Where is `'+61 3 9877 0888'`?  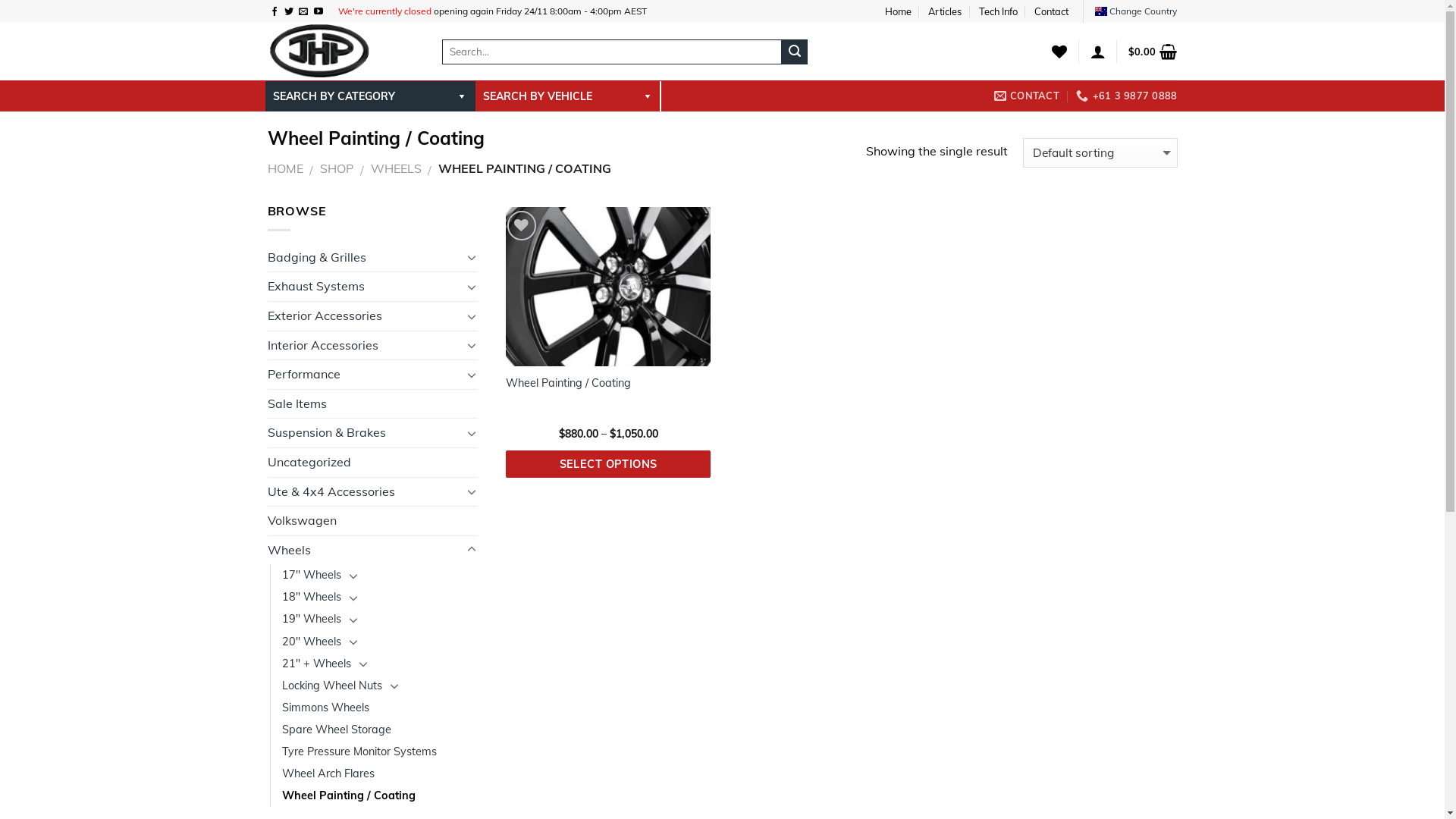 '+61 3 9877 0888' is located at coordinates (1126, 96).